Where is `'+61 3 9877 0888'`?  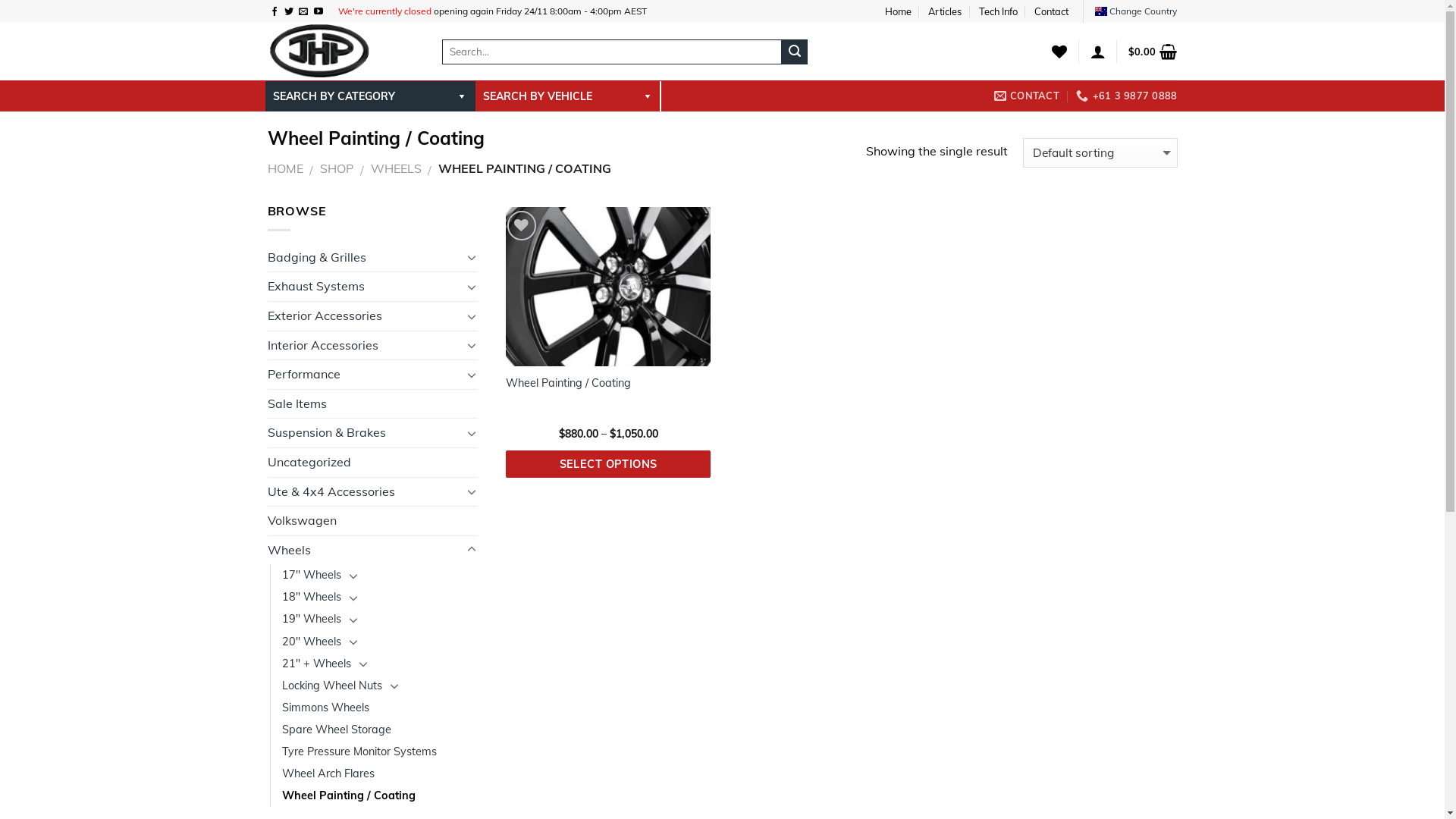 '+61 3 9877 0888' is located at coordinates (1126, 96).